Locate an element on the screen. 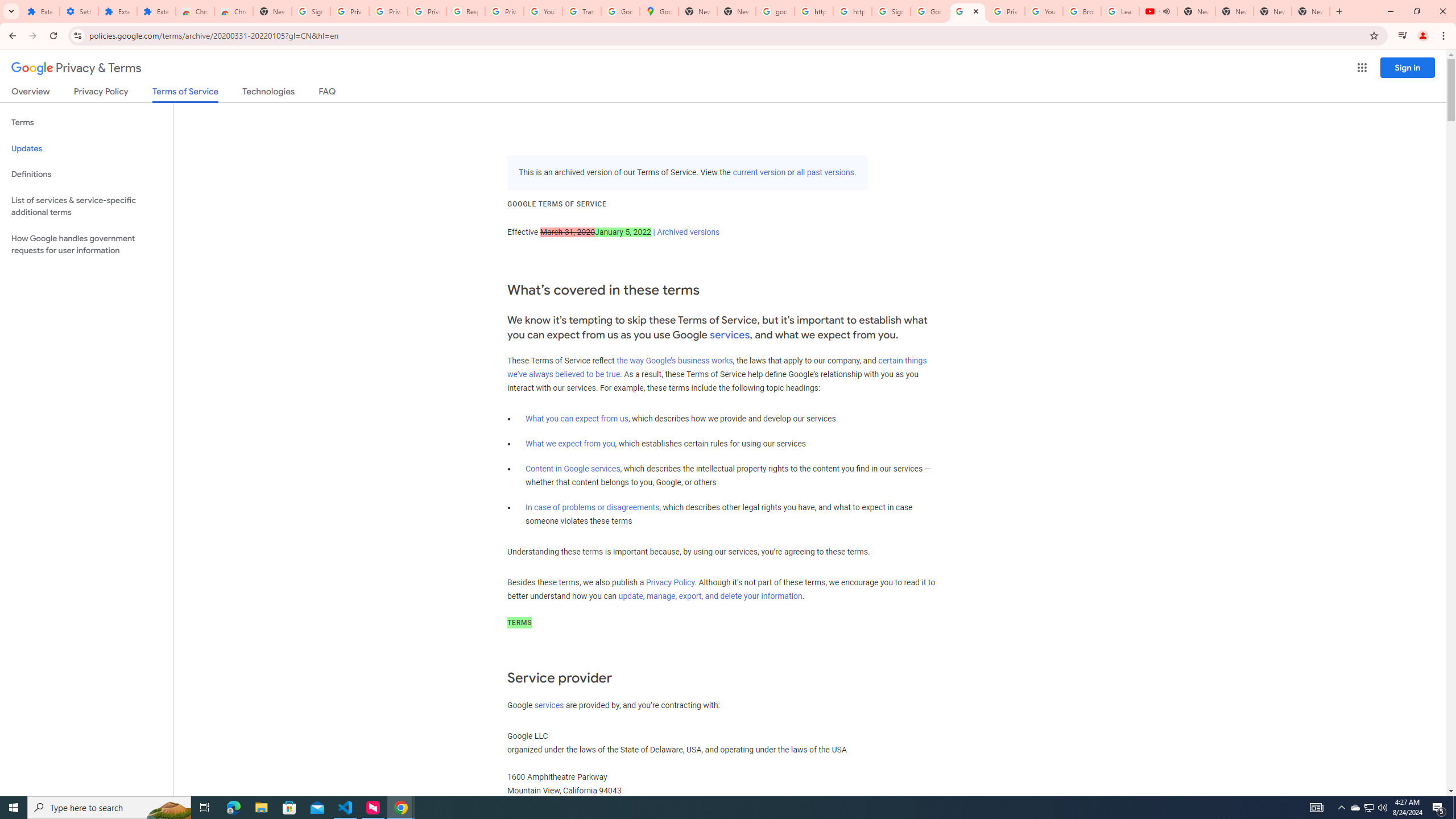 The height and width of the screenshot is (819, 1456). 'How Google handles government requests for user information' is located at coordinates (86, 243).